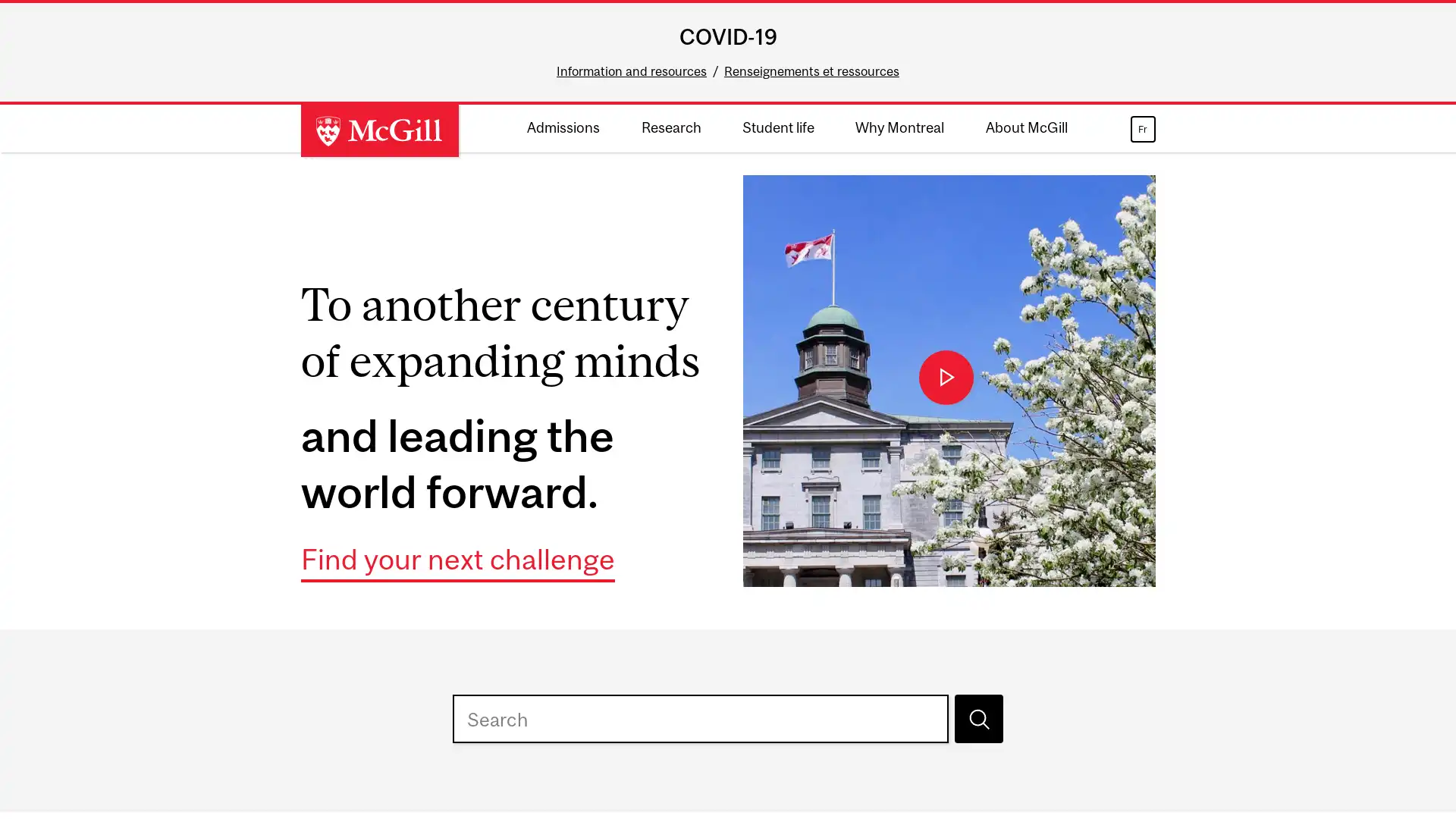  Describe the element at coordinates (563, 127) in the screenshot. I see `Admissions` at that location.